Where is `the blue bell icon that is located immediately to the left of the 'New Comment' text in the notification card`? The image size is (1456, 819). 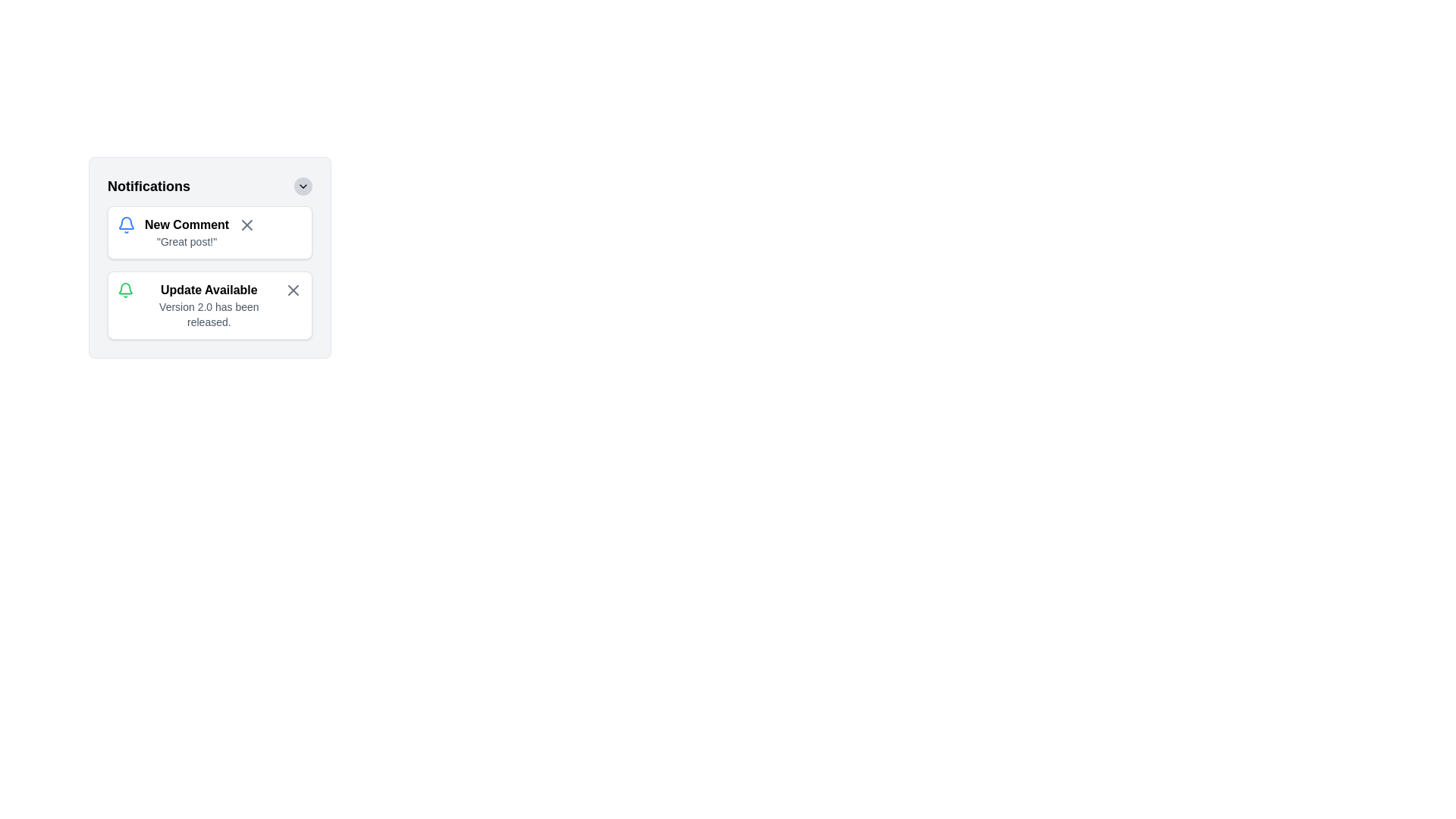
the blue bell icon that is located immediately to the left of the 'New Comment' text in the notification card is located at coordinates (127, 225).